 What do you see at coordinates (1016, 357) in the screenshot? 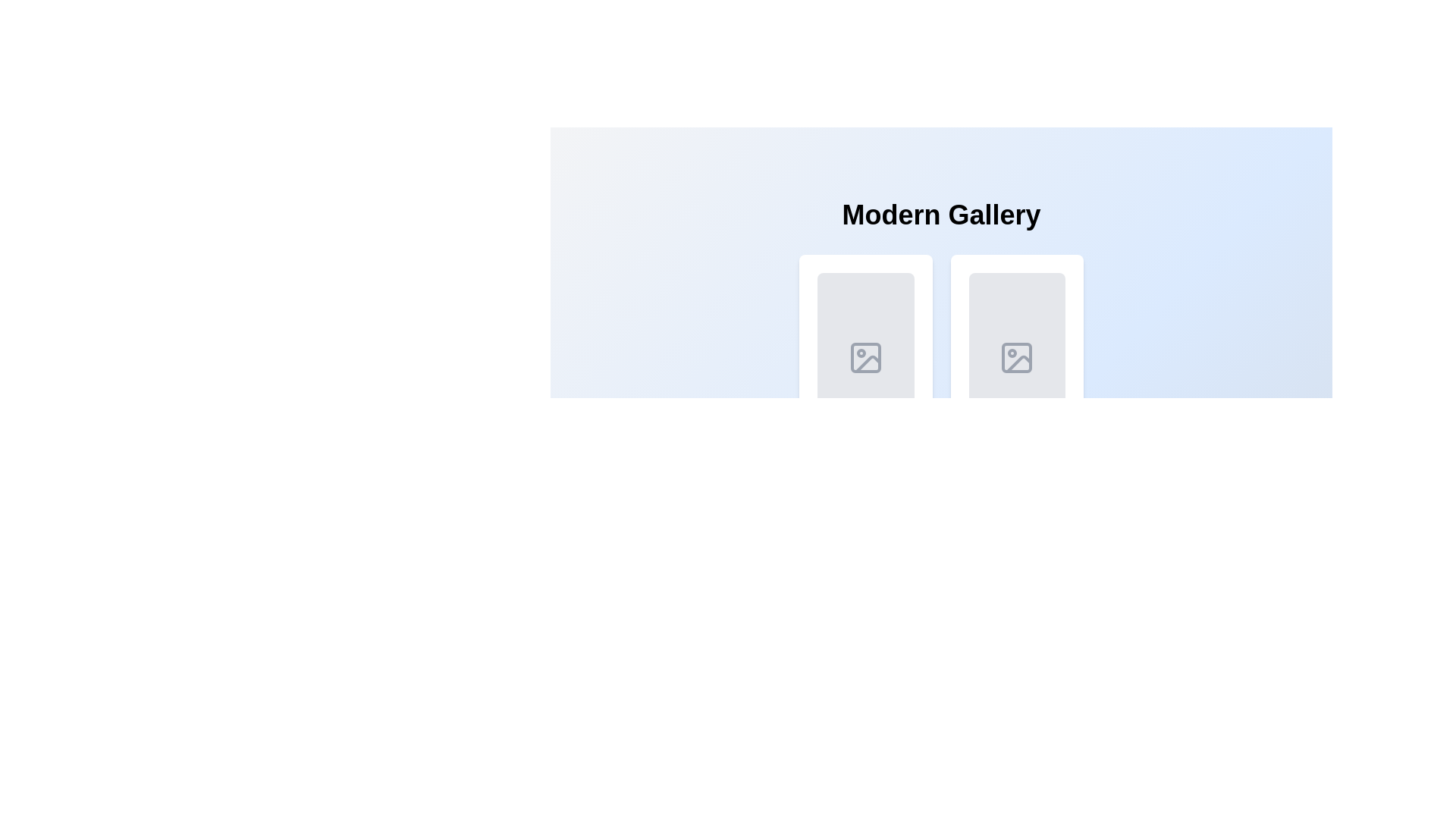
I see `the icon representing a picture inside a rounded rectangle frame, located in the right cell under the 'Modern Gallery' header` at bounding box center [1016, 357].